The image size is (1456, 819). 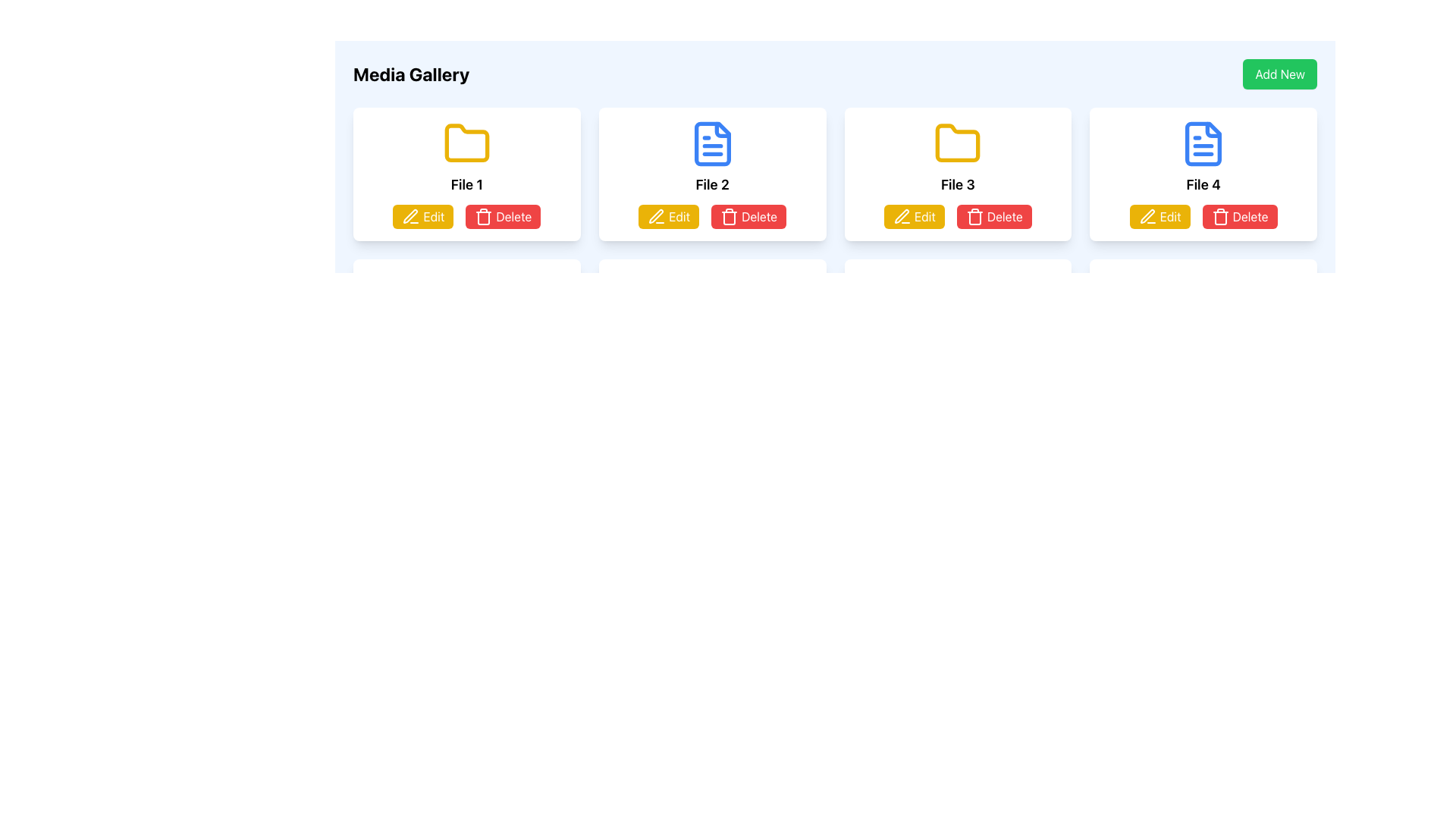 What do you see at coordinates (902, 216) in the screenshot?
I see `the 'Edit' icon for the third item labeled 'File 3' in the media gallery grid layout` at bounding box center [902, 216].